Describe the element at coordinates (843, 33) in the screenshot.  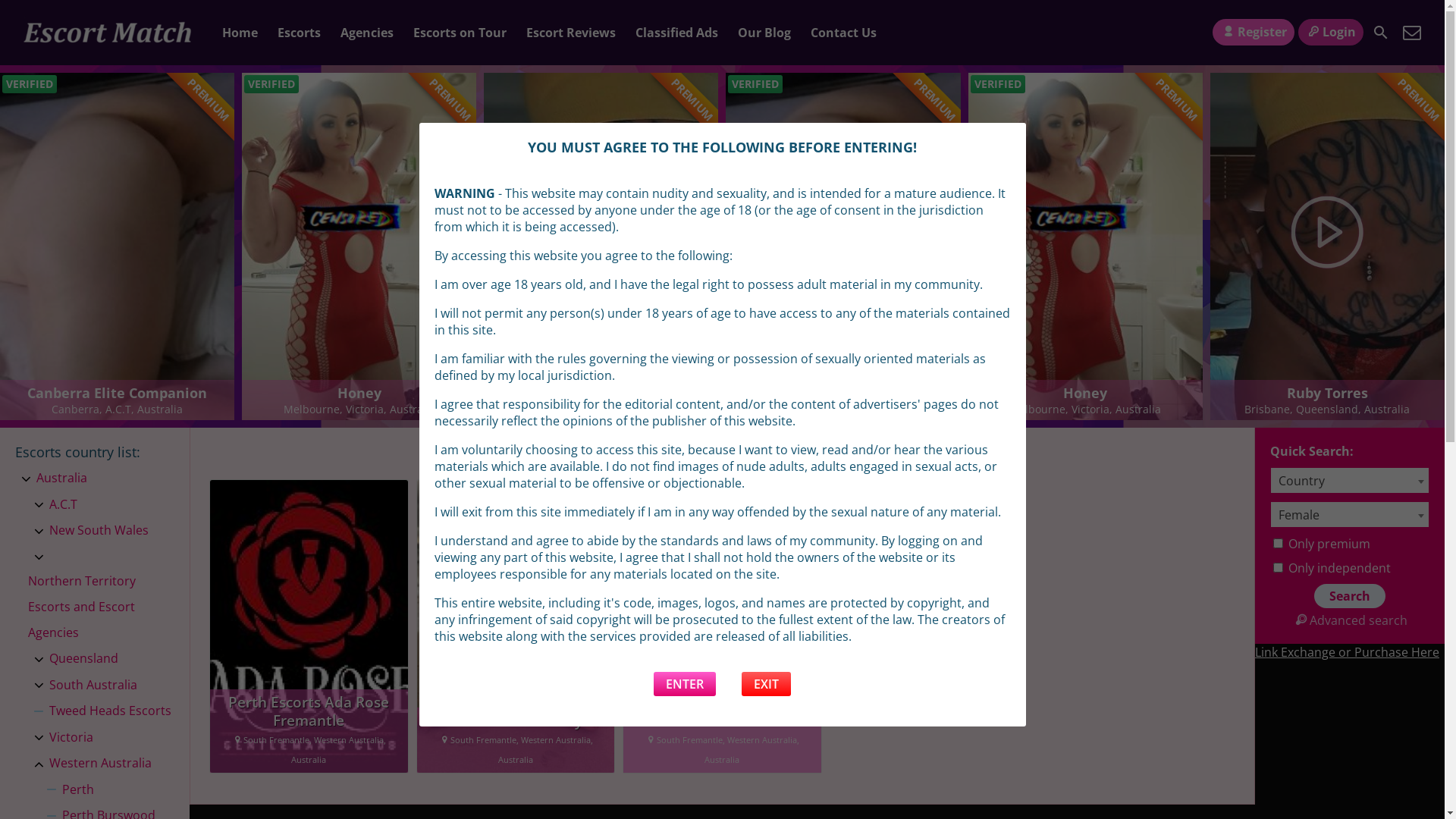
I see `'Contact Us'` at that location.